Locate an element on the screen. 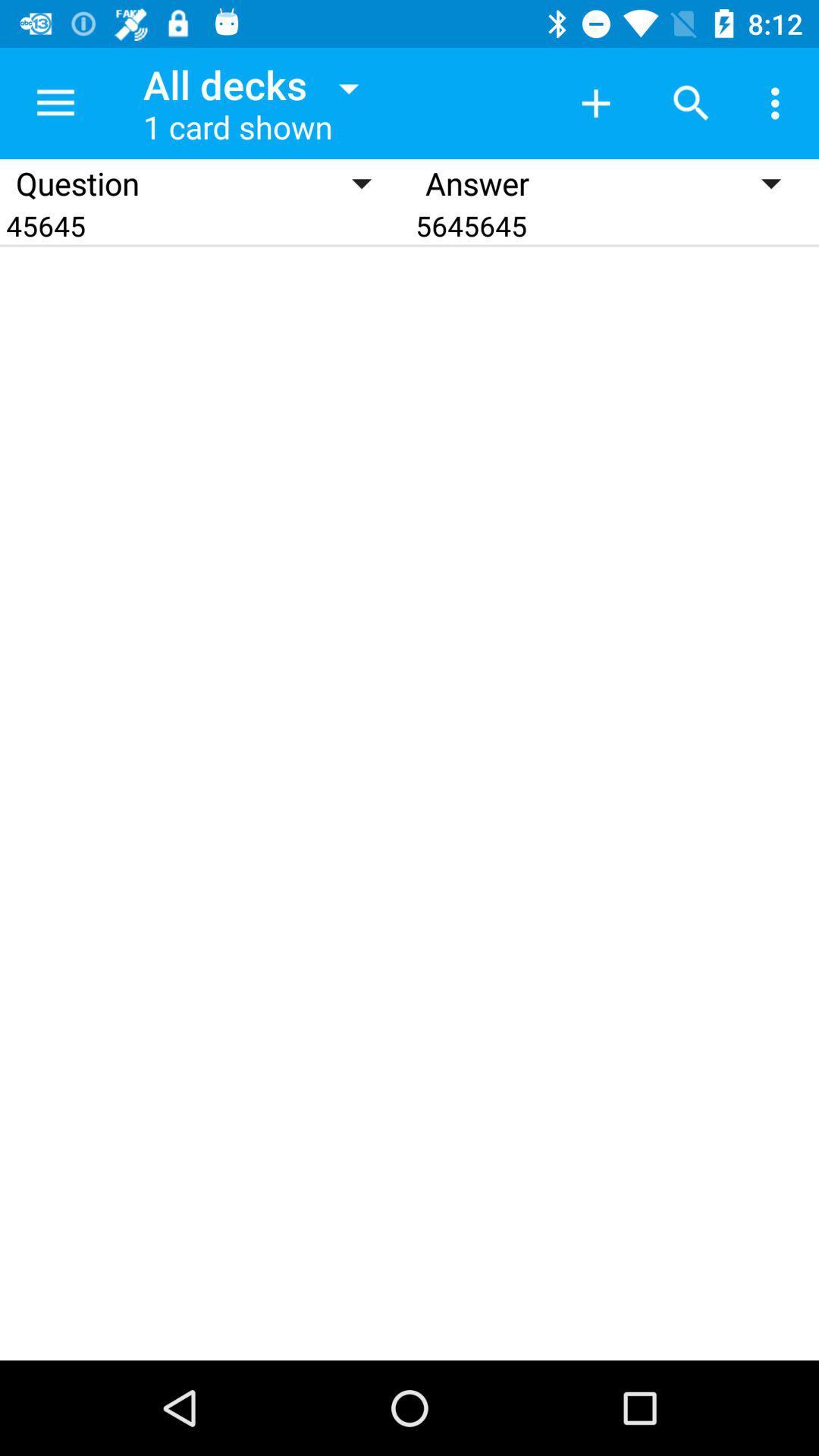 This screenshot has height=1456, width=819. the item to the left of the all decks is located at coordinates (55, 102).